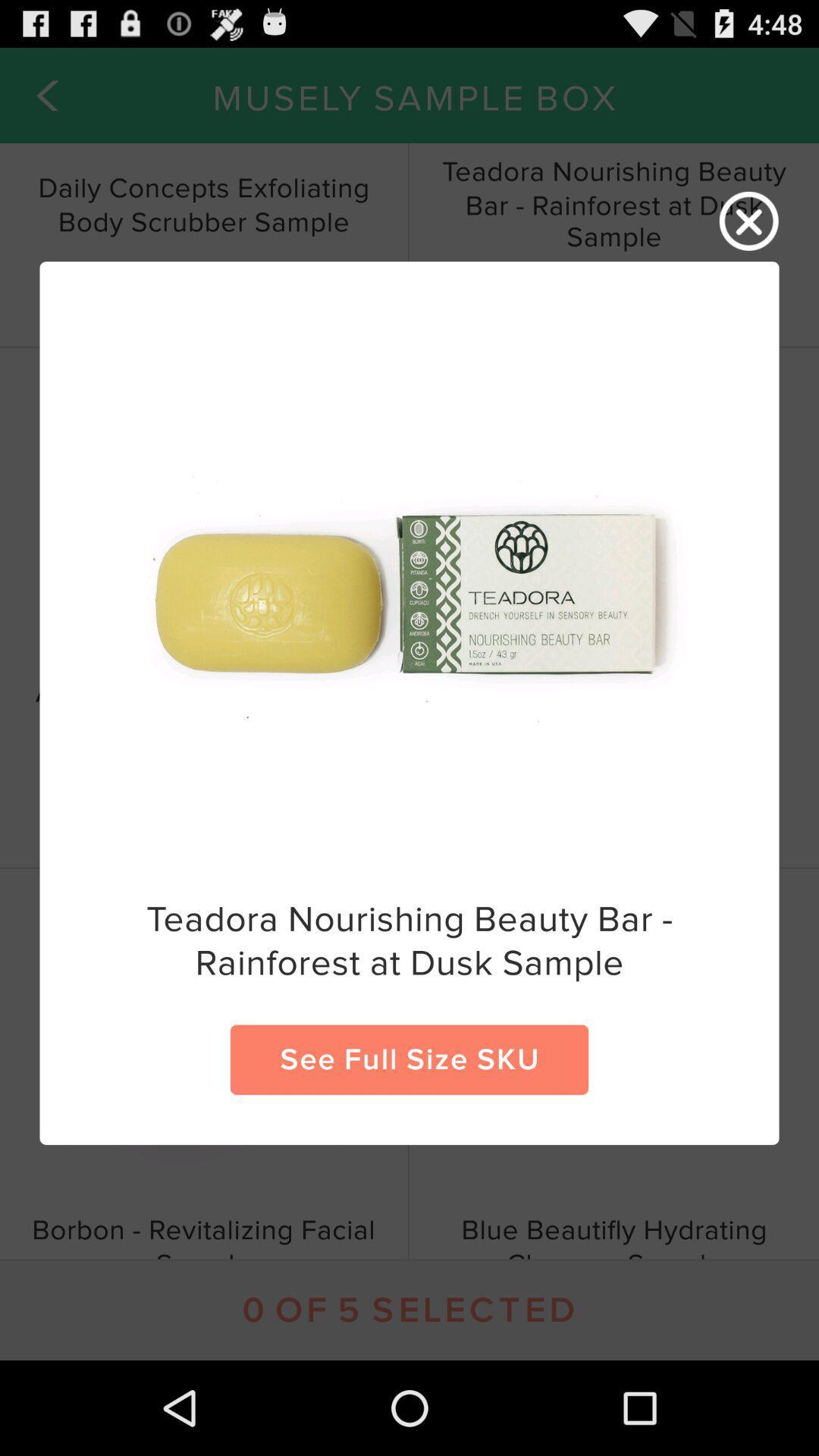 This screenshot has width=819, height=1456. What do you see at coordinates (409, 1059) in the screenshot?
I see `icon below the teadora nourishing beauty item` at bounding box center [409, 1059].